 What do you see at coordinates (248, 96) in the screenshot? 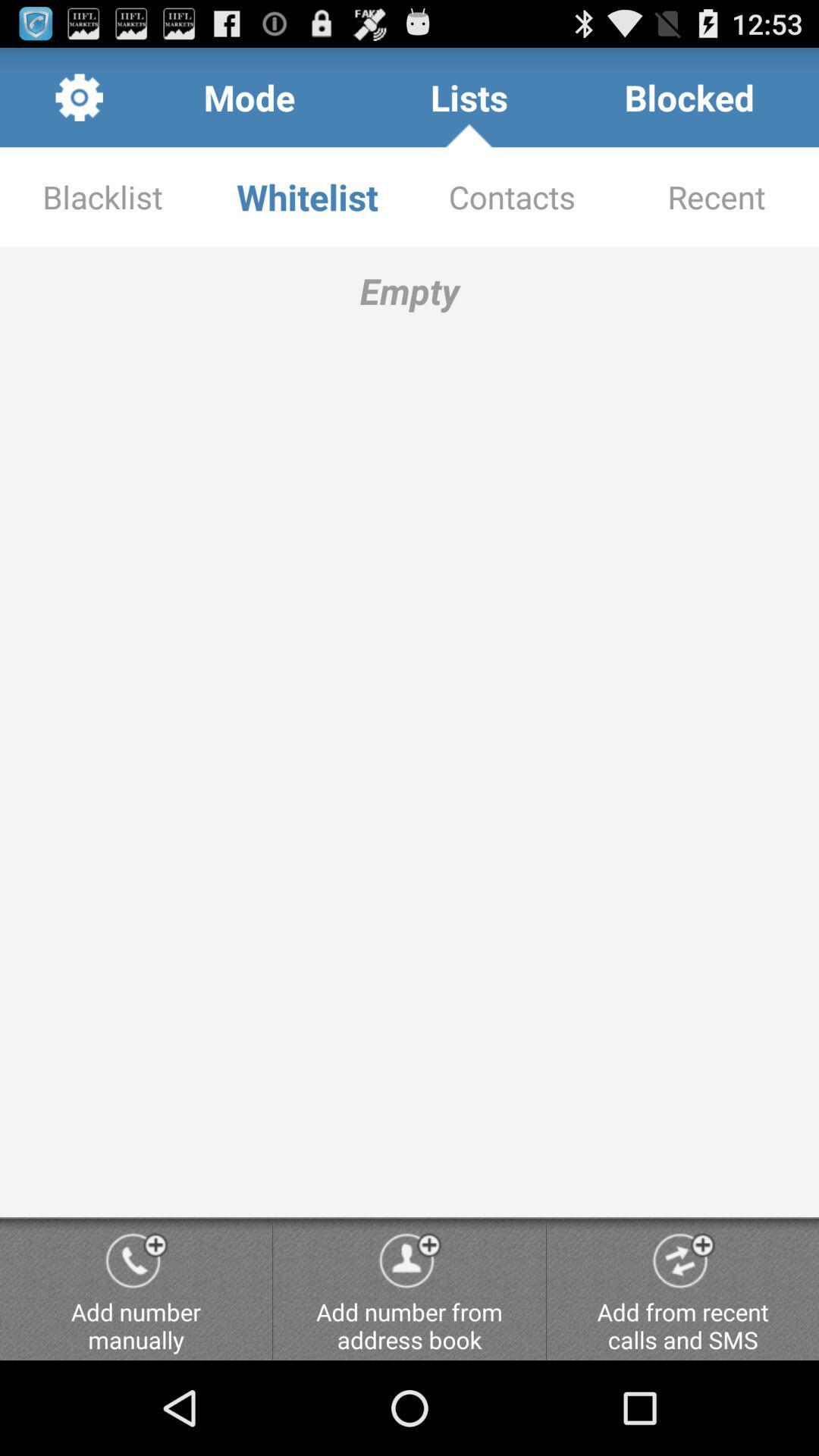
I see `mode app` at bounding box center [248, 96].